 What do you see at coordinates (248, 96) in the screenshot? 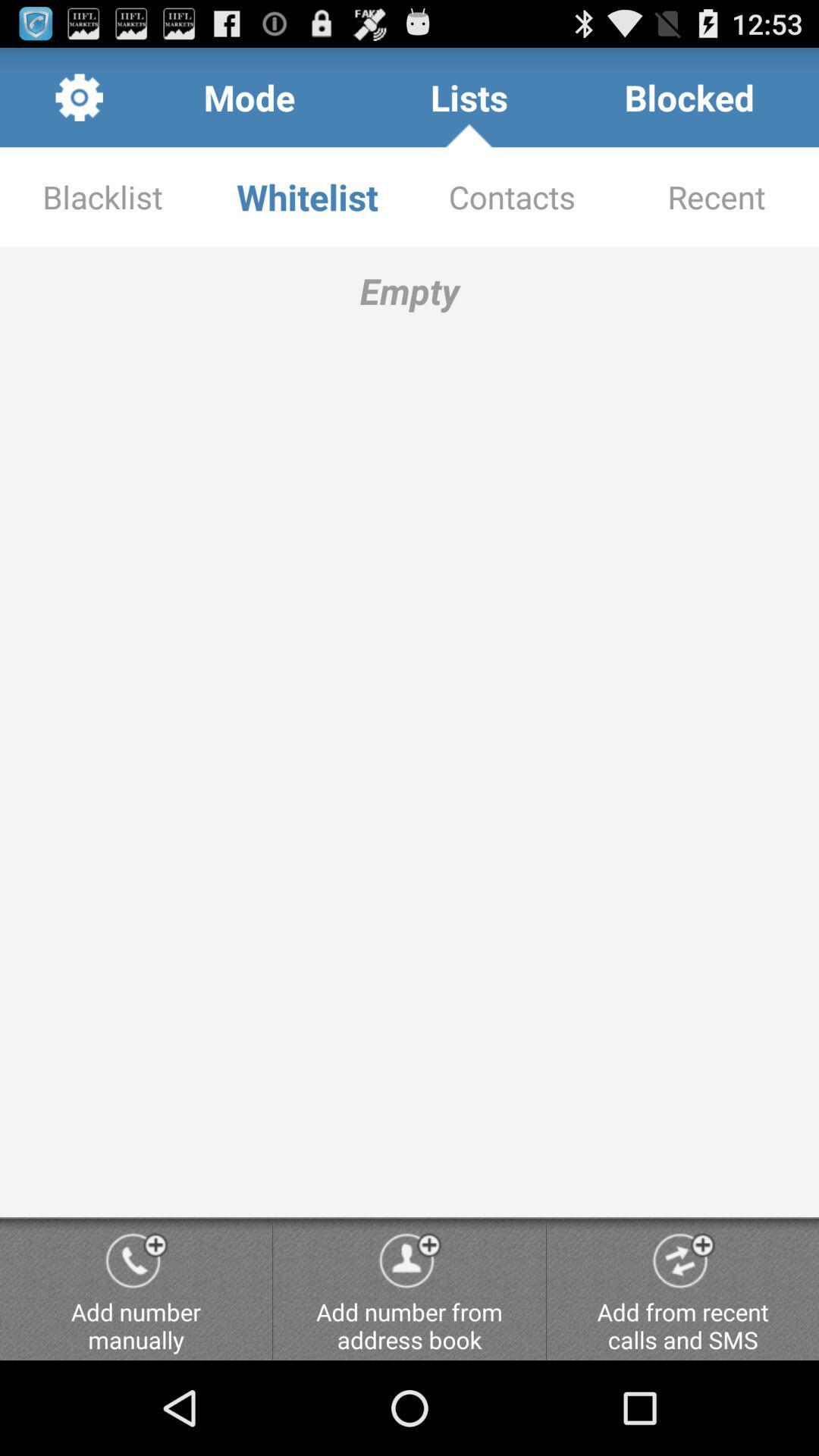
I see `mode app` at bounding box center [248, 96].